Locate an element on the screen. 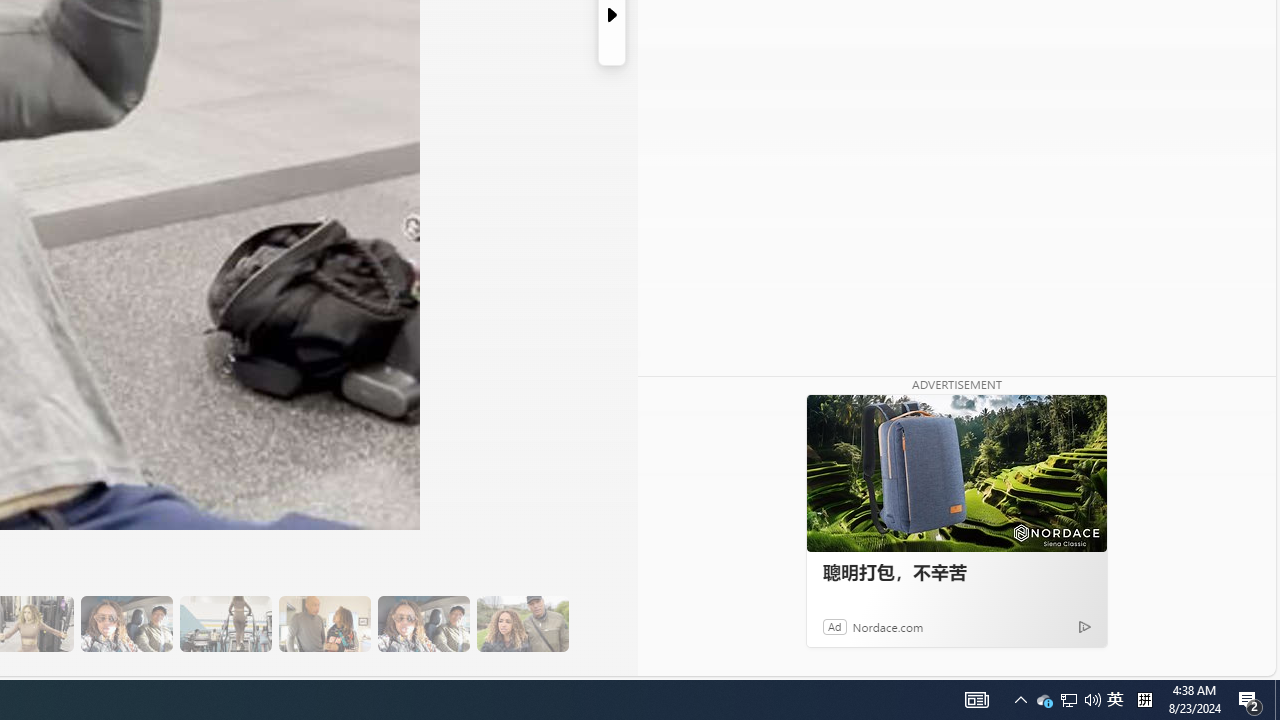 The height and width of the screenshot is (720, 1280). 'Ad Choice' is located at coordinates (1083, 625).